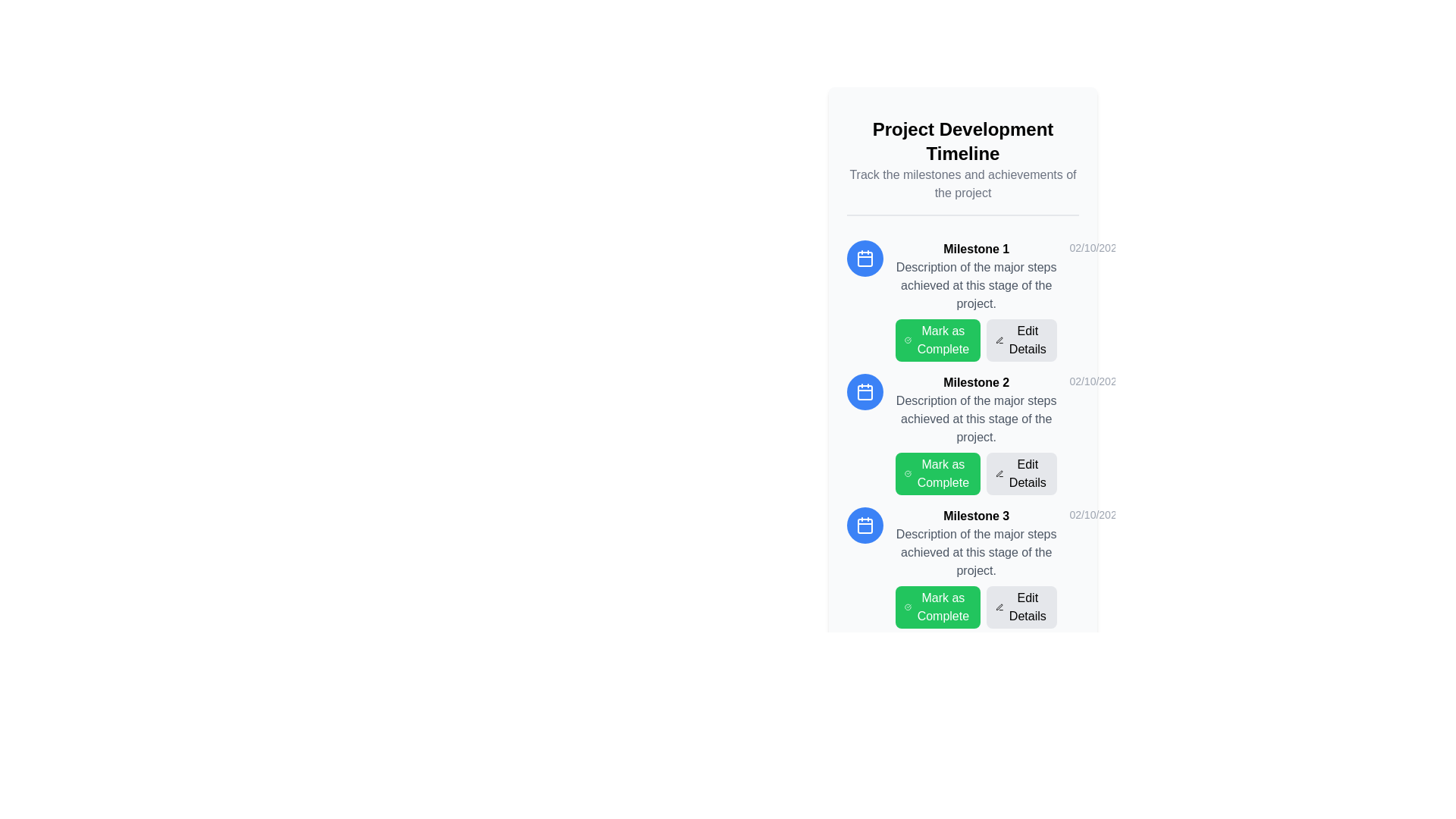  What do you see at coordinates (976, 339) in the screenshot?
I see `the green button labeled 'Mark as Complete' with a checkmark icon, located in the 'Milestone 1' section` at bounding box center [976, 339].